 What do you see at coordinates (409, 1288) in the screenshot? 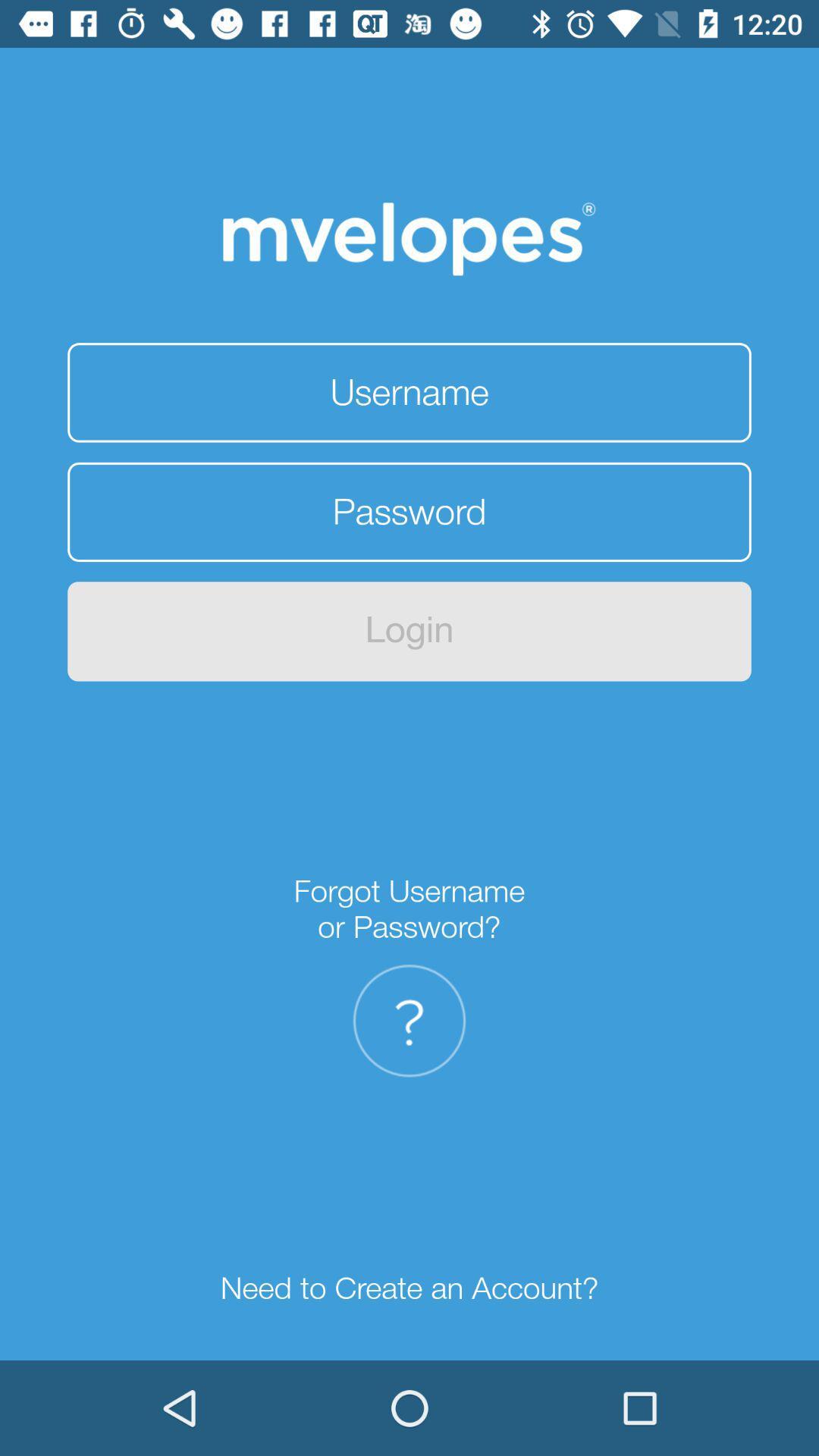
I see `need to create icon` at bounding box center [409, 1288].